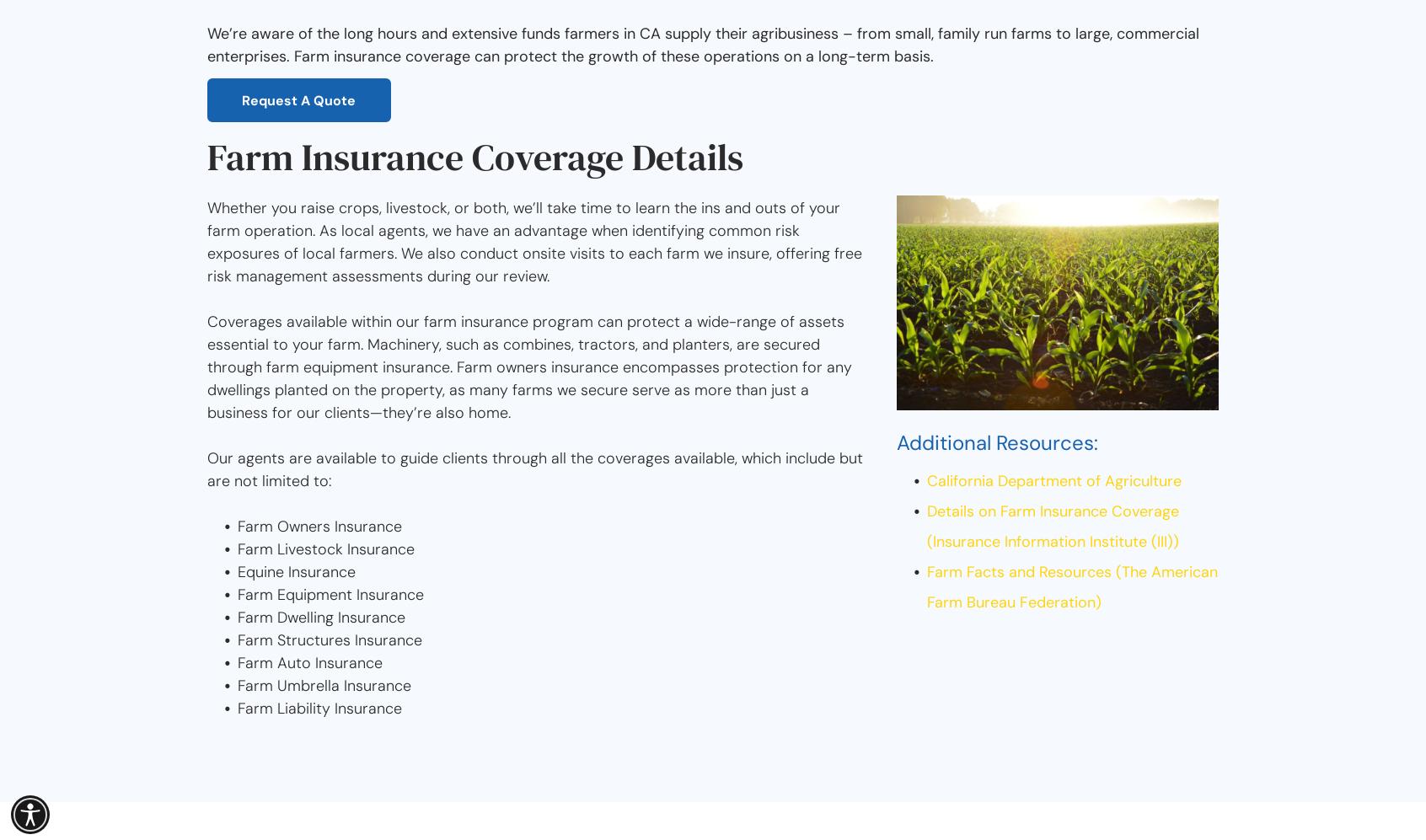  What do you see at coordinates (295, 571) in the screenshot?
I see `'Equine Insurance'` at bounding box center [295, 571].